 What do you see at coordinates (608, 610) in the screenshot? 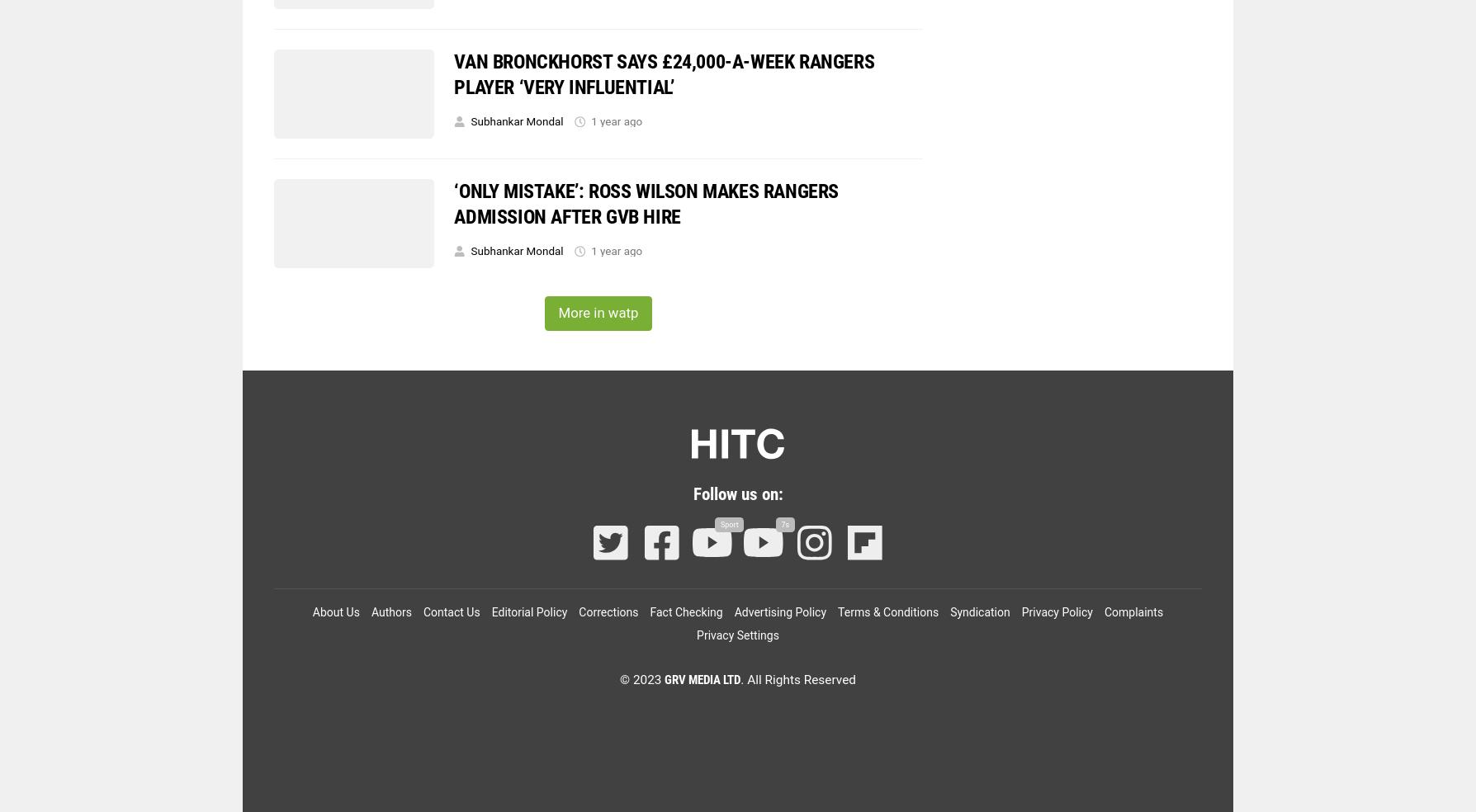
I see `'Corrections'` at bounding box center [608, 610].